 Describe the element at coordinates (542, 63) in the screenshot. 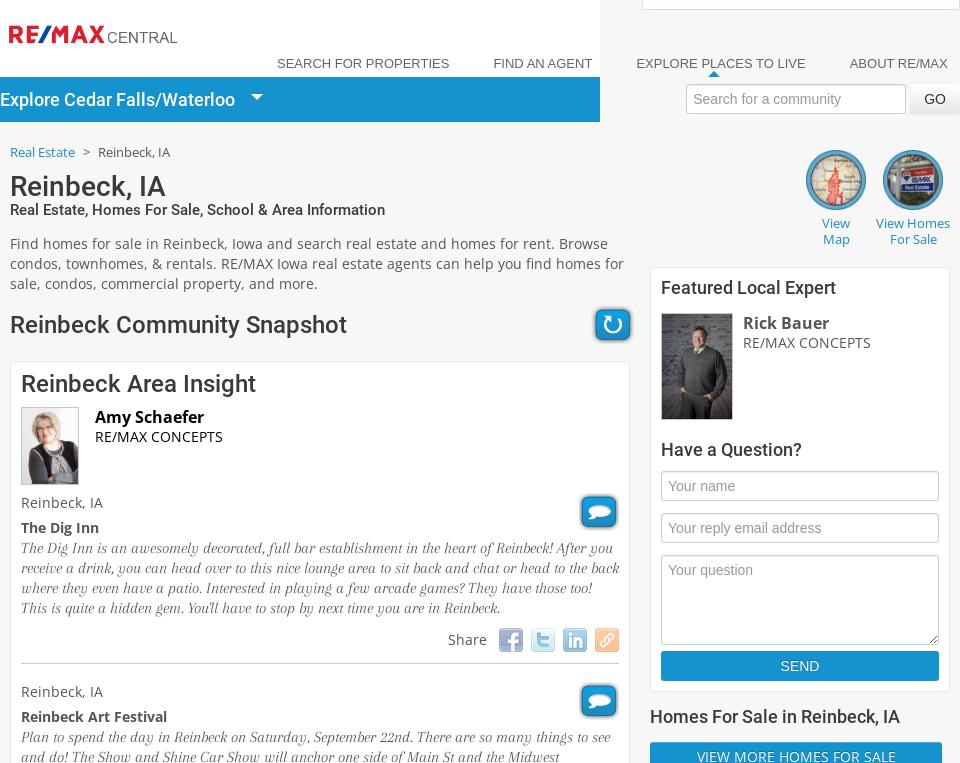

I see `'Find an Agent'` at that location.